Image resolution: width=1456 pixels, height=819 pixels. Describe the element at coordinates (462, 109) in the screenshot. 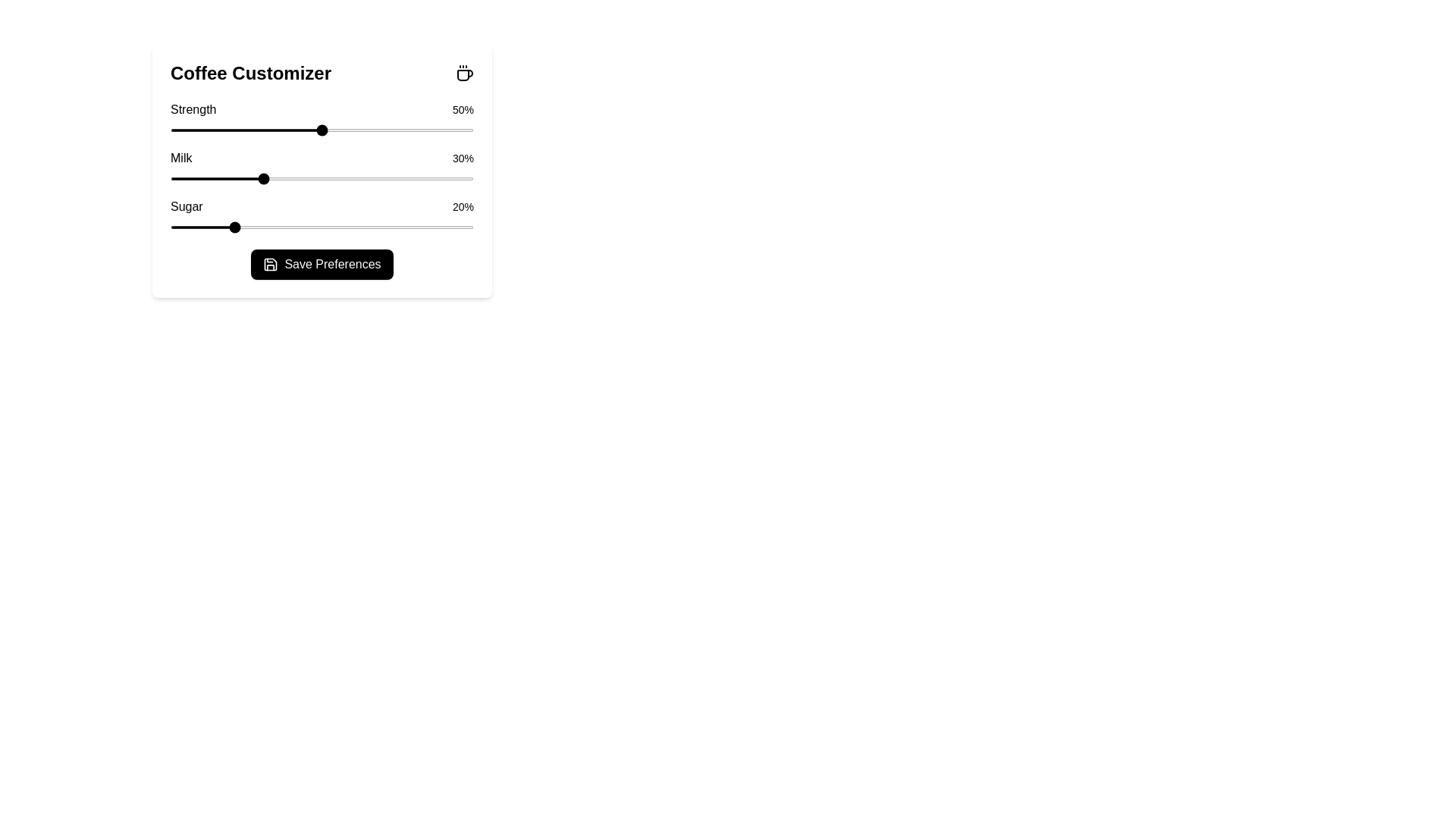

I see `the 'Strength' percentage value text label located on the far right of the 'Strength' row` at that location.